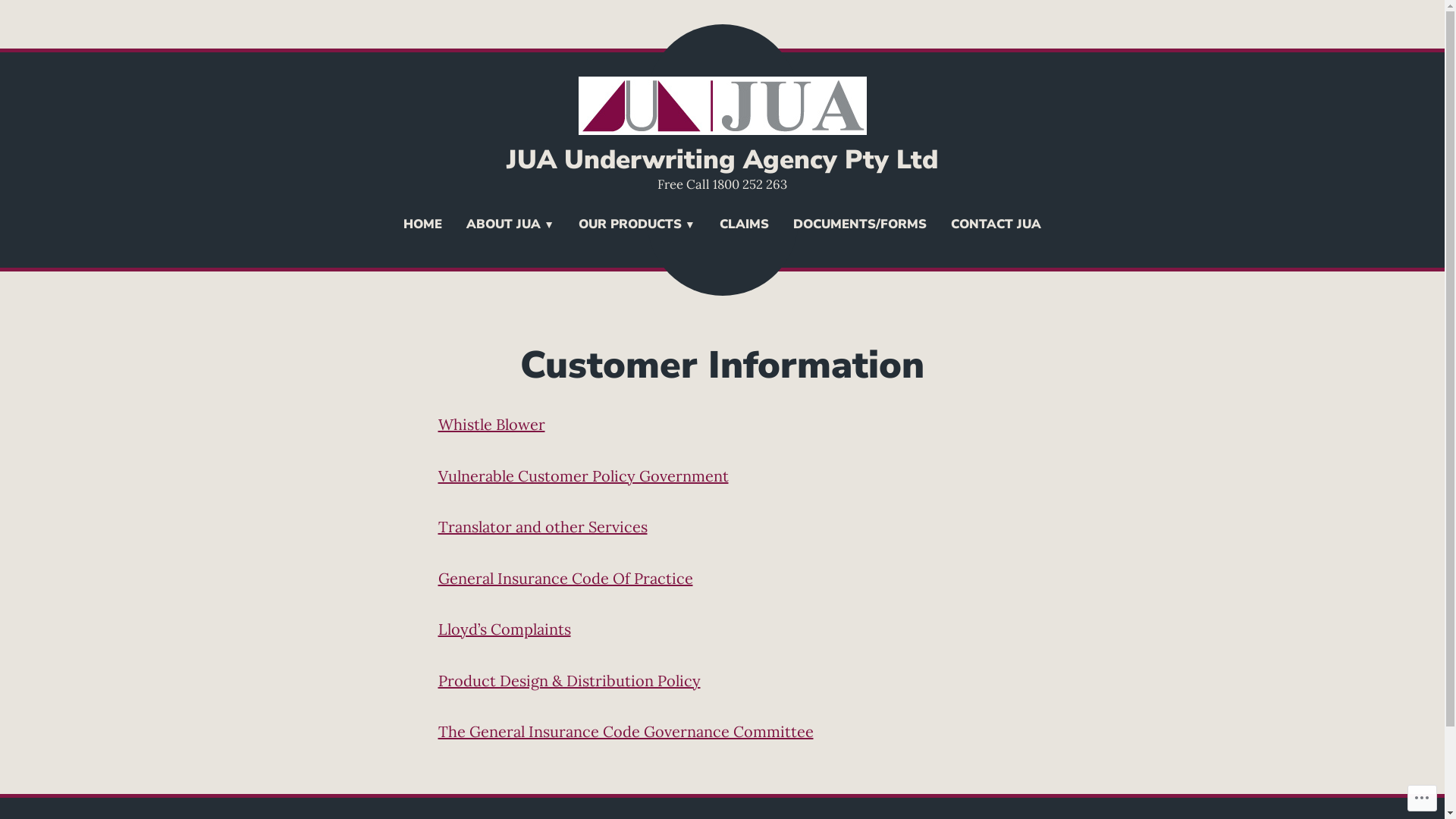  What do you see at coordinates (564, 578) in the screenshot?
I see `'General Insurance Code Of Practice'` at bounding box center [564, 578].